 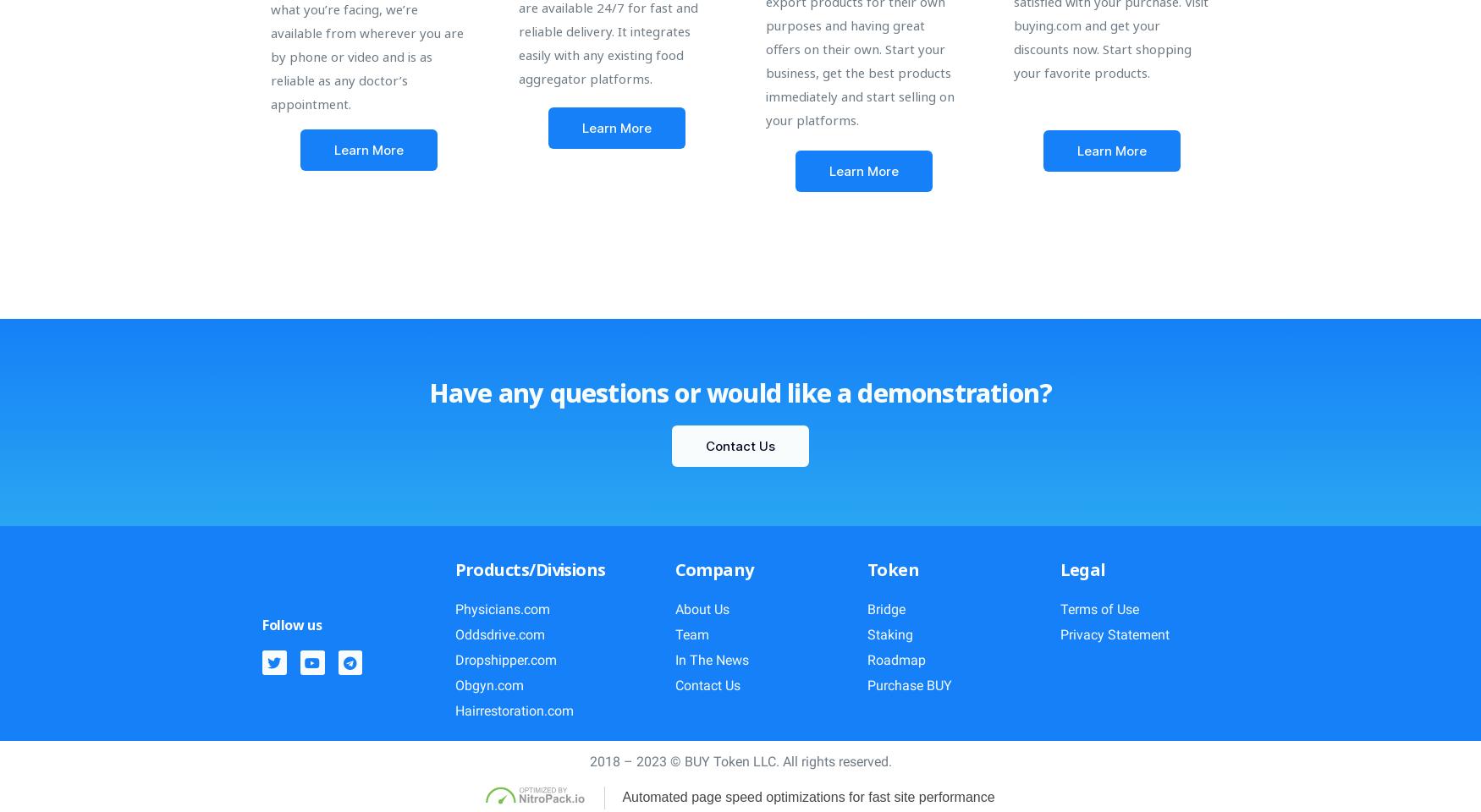 What do you see at coordinates (892, 569) in the screenshot?
I see `'Token'` at bounding box center [892, 569].